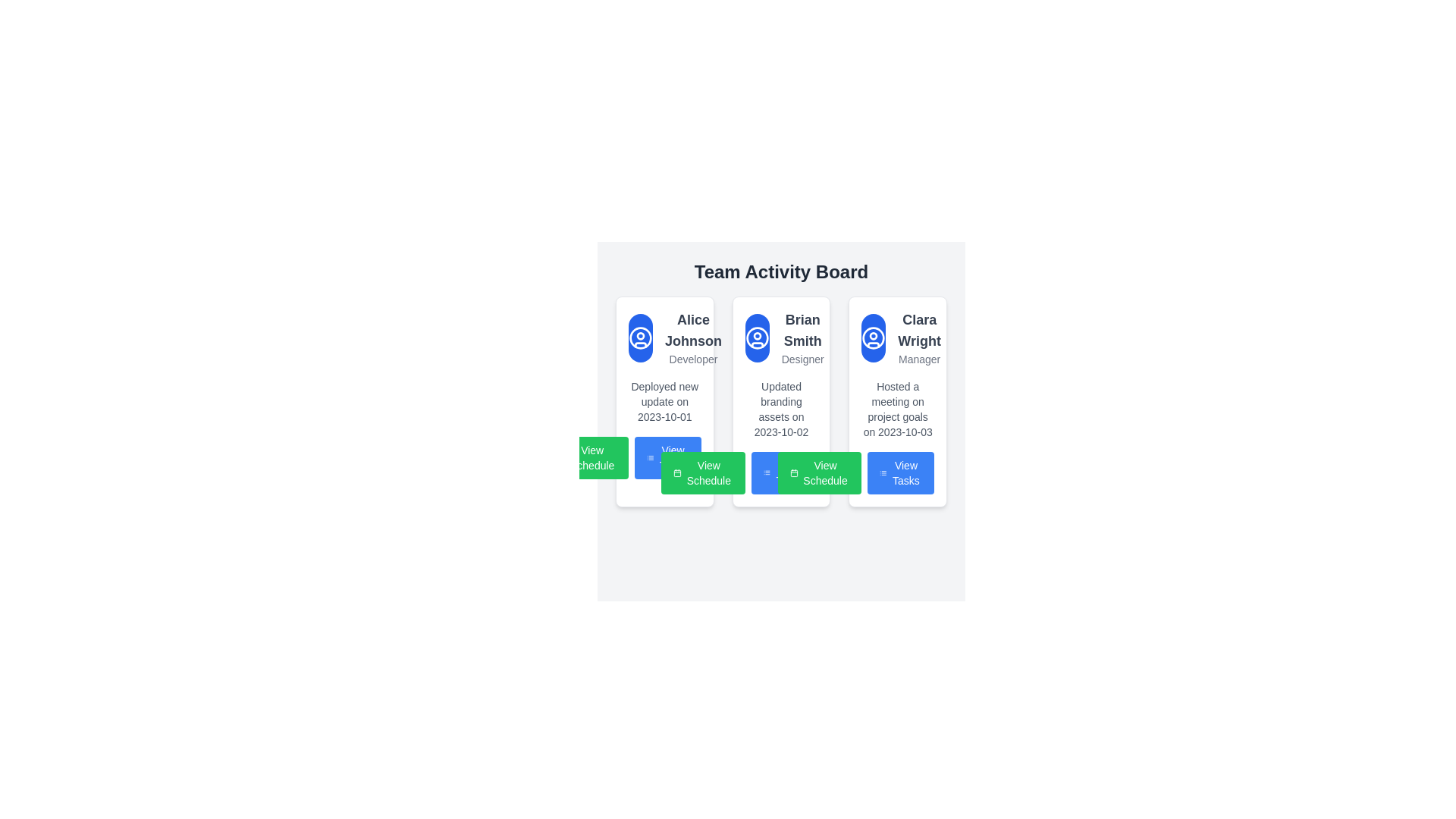 The image size is (1456, 819). What do you see at coordinates (676, 472) in the screenshot?
I see `the green calendar icon located on the left side of the 'View Schedule' button` at bounding box center [676, 472].